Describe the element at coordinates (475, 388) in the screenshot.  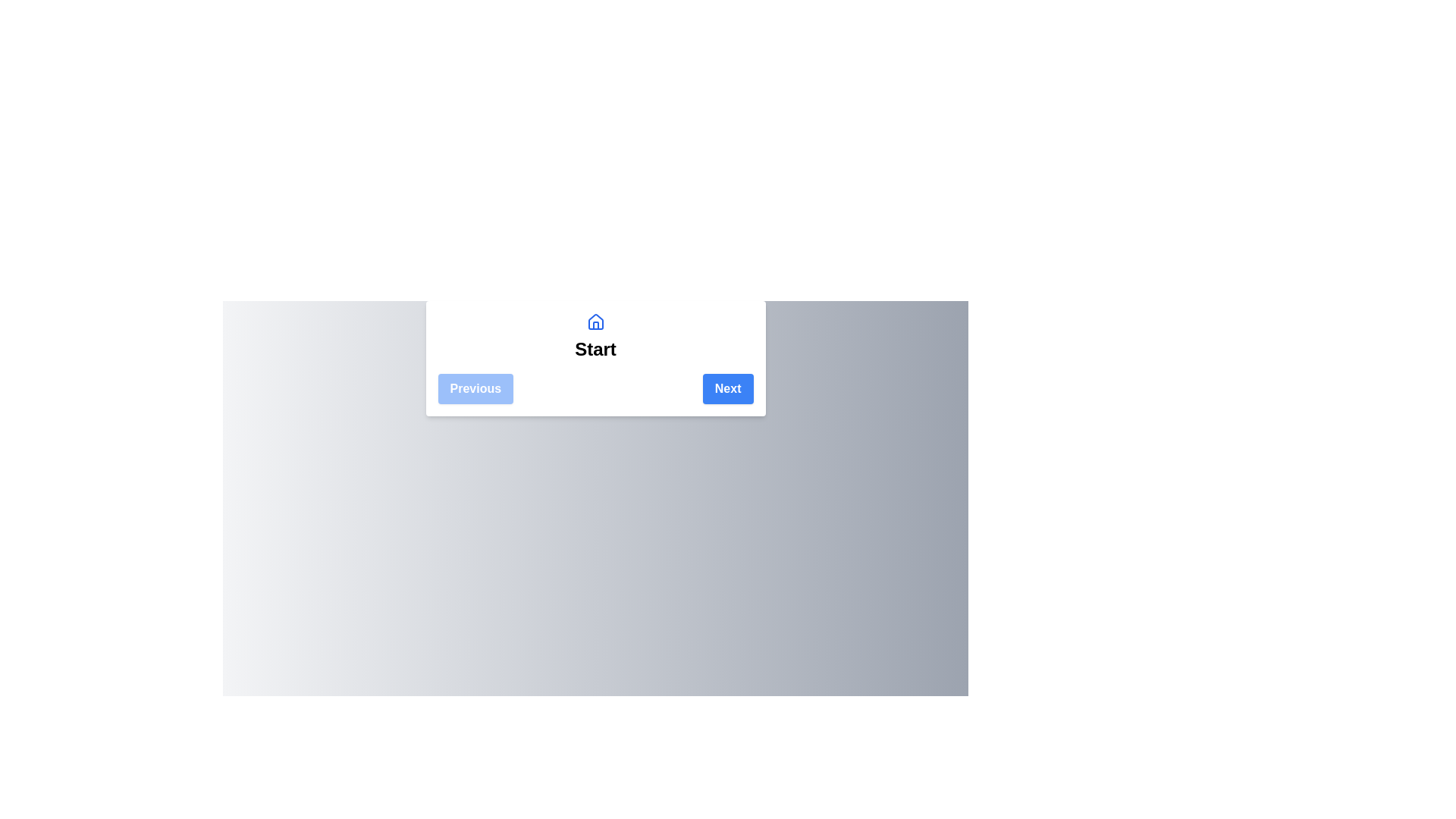
I see `the 'Previous' button, which is a rounded button with a blue background and white bold text, located to the left of the 'Next' button in the footer section` at that location.